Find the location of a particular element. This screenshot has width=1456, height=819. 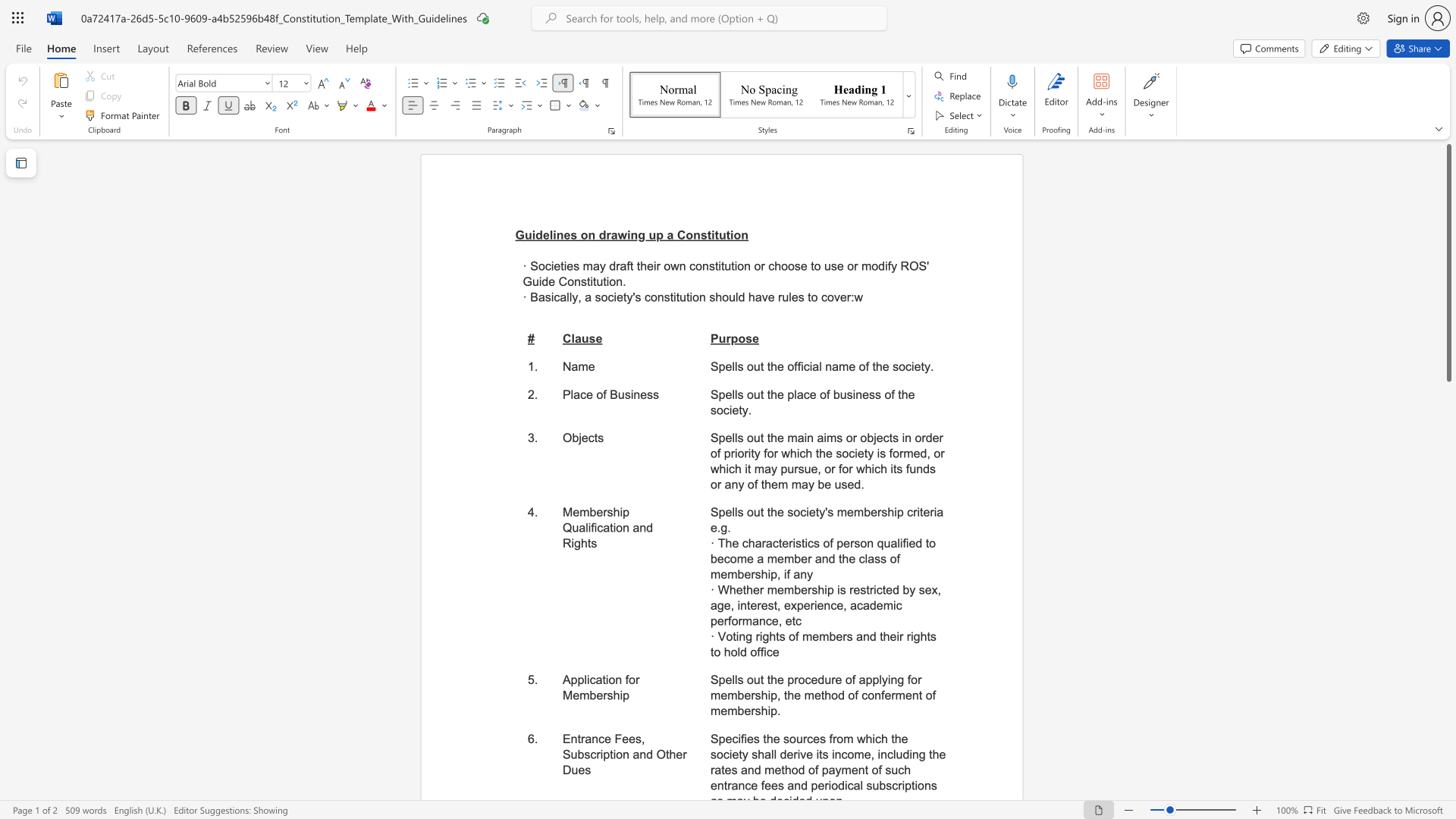

the scrollbar to scroll the page down is located at coordinates (1448, 493).